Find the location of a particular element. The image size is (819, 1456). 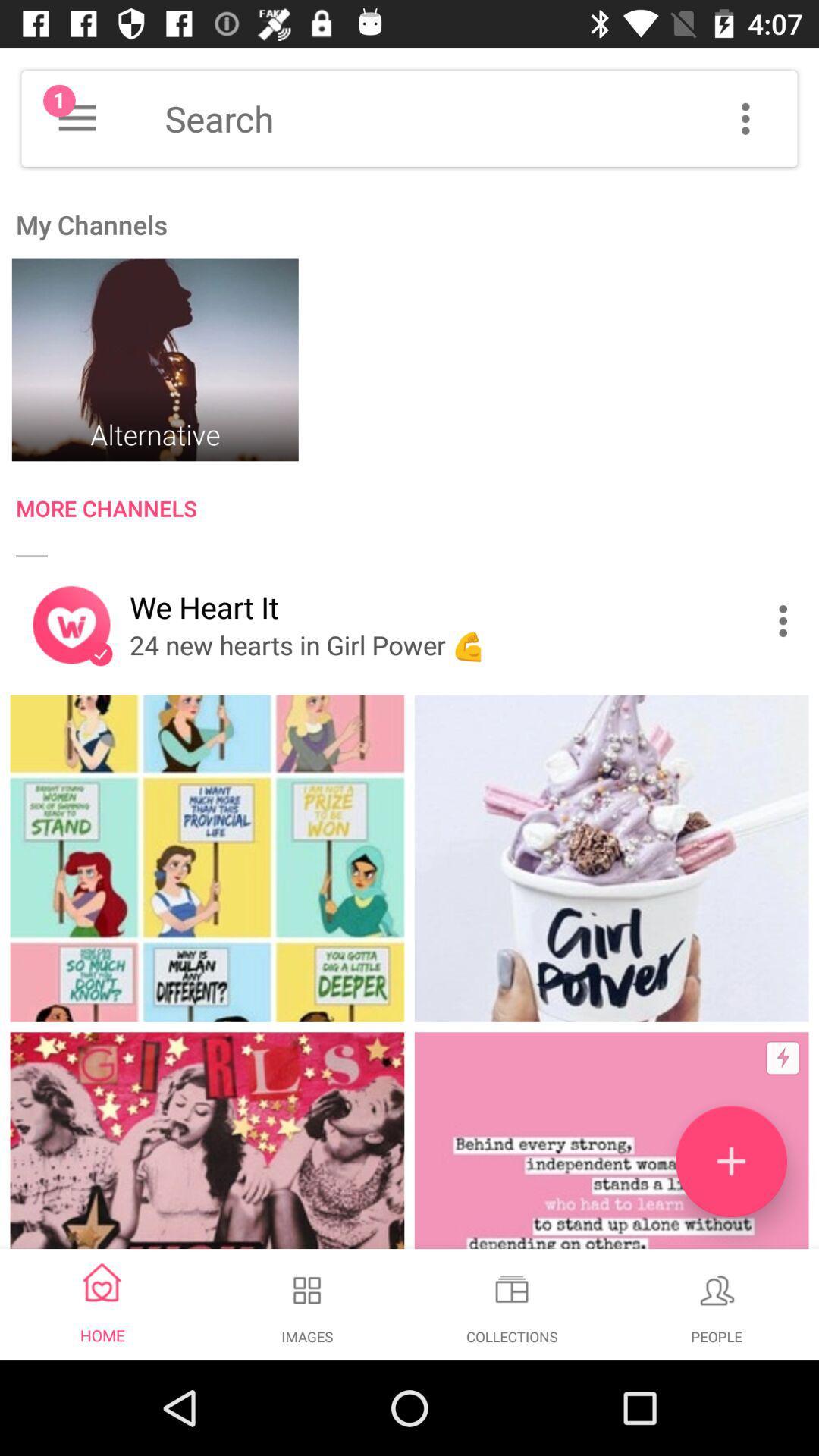

main menu is located at coordinates (77, 118).